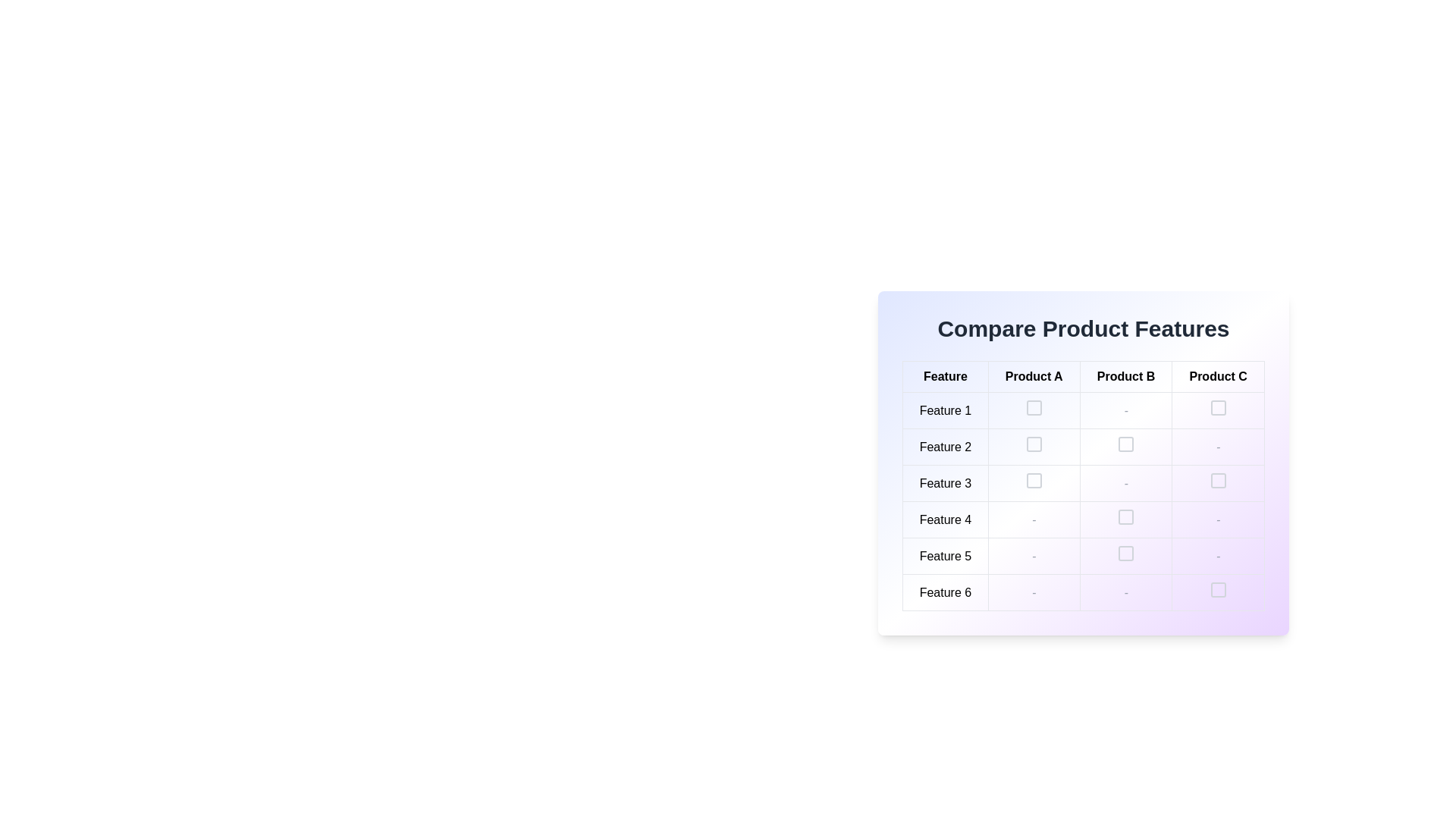 This screenshot has width=1456, height=819. What do you see at coordinates (1033, 446) in the screenshot?
I see `the selection checkbox for 'Feature 2' under 'Product A'` at bounding box center [1033, 446].